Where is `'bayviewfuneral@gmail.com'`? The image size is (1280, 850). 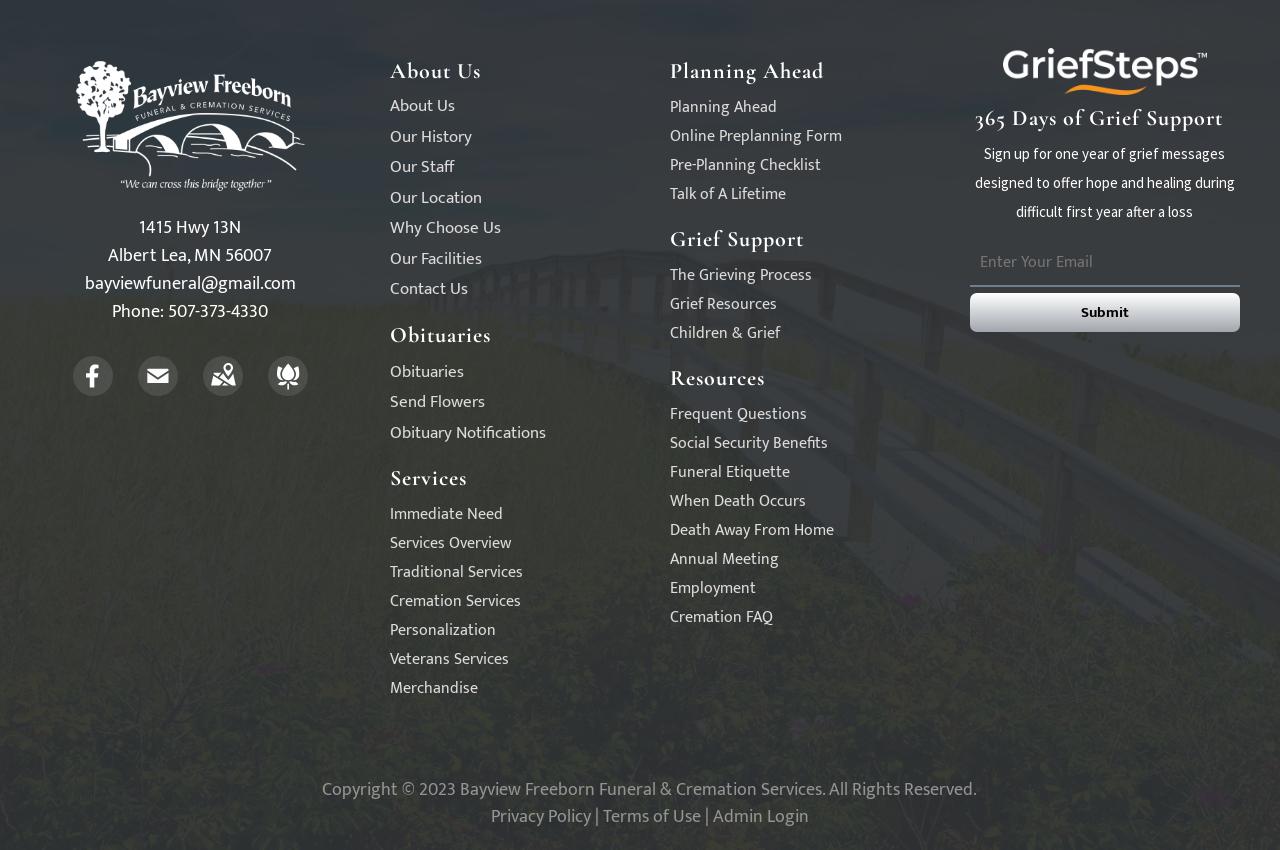 'bayviewfuneral@gmail.com' is located at coordinates (189, 282).